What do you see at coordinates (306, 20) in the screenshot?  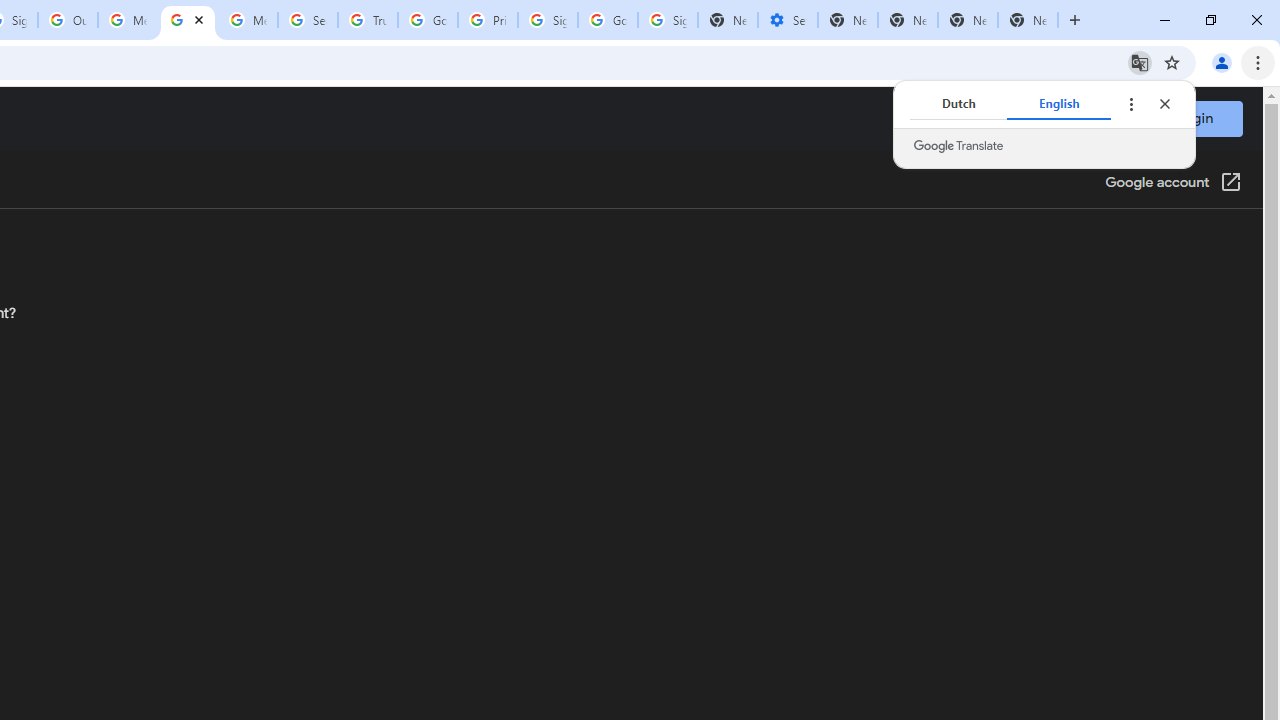 I see `'Search our Doodle Library Collection - Google Doodles'` at bounding box center [306, 20].